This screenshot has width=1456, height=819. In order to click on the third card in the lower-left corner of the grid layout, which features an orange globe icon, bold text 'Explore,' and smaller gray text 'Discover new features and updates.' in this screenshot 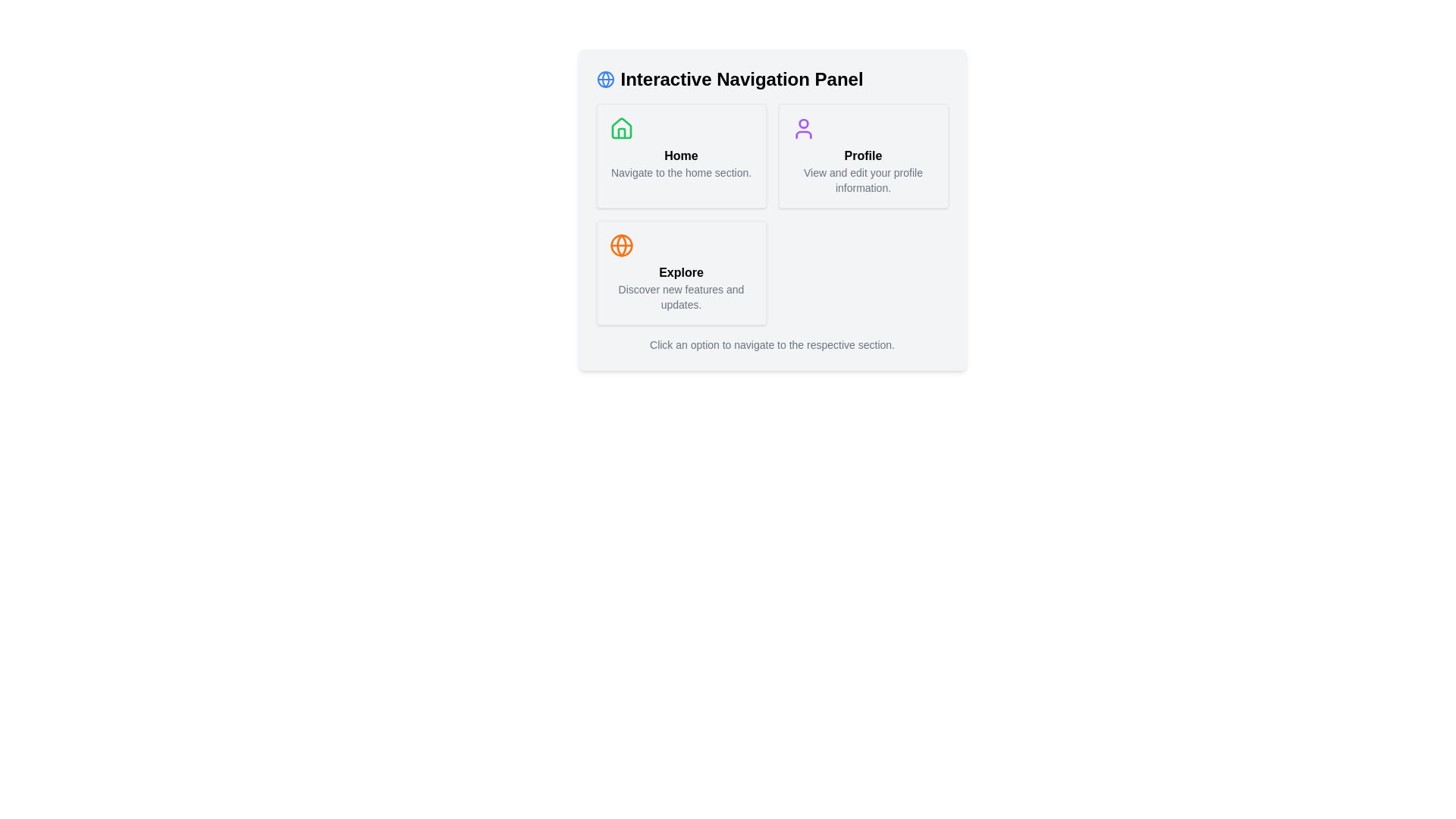, I will do `click(680, 271)`.